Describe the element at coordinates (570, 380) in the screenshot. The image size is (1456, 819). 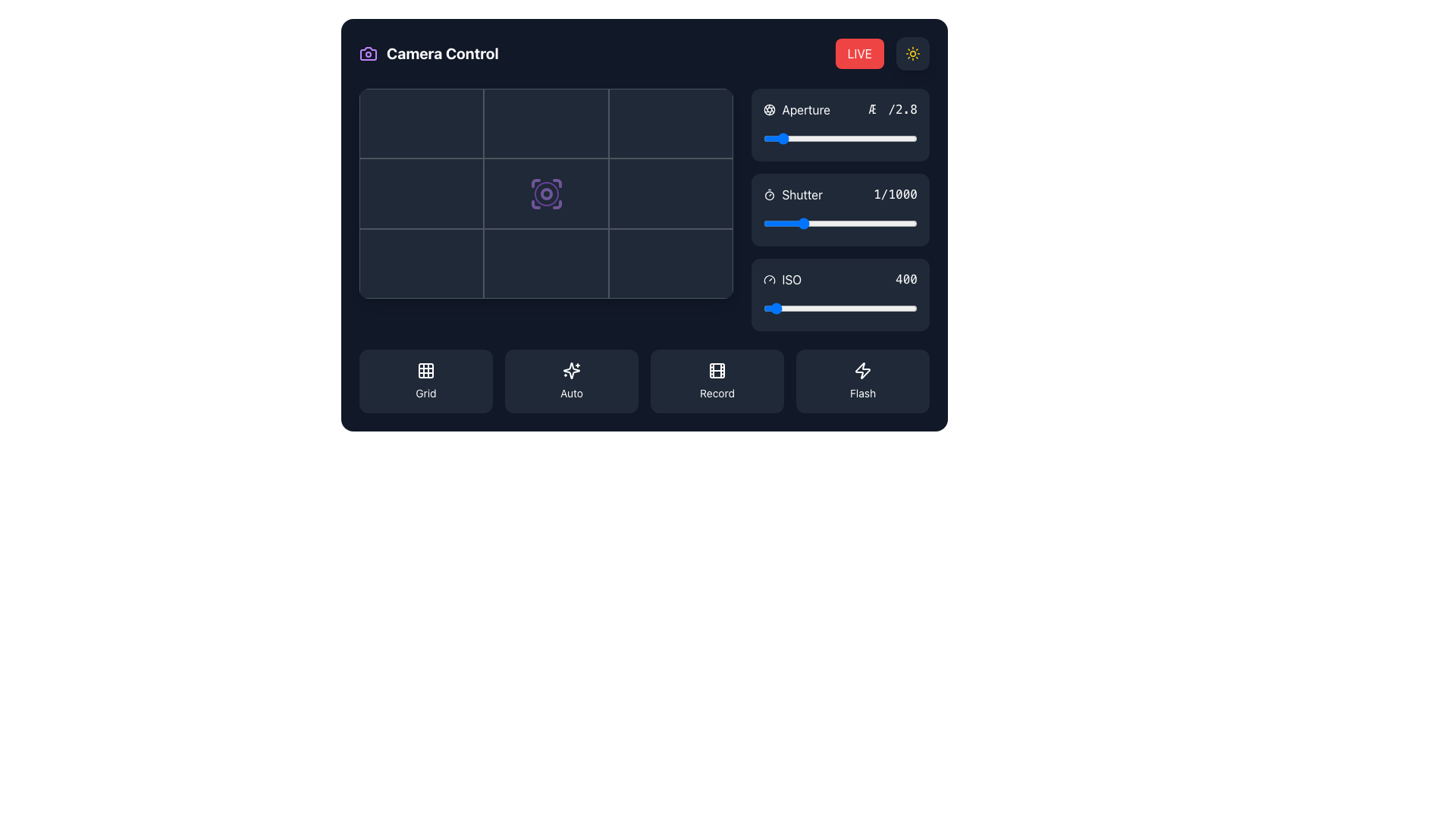
I see `the 'Auto' button located between the 'Grid' button on the left and the 'Record' button on the right` at that location.